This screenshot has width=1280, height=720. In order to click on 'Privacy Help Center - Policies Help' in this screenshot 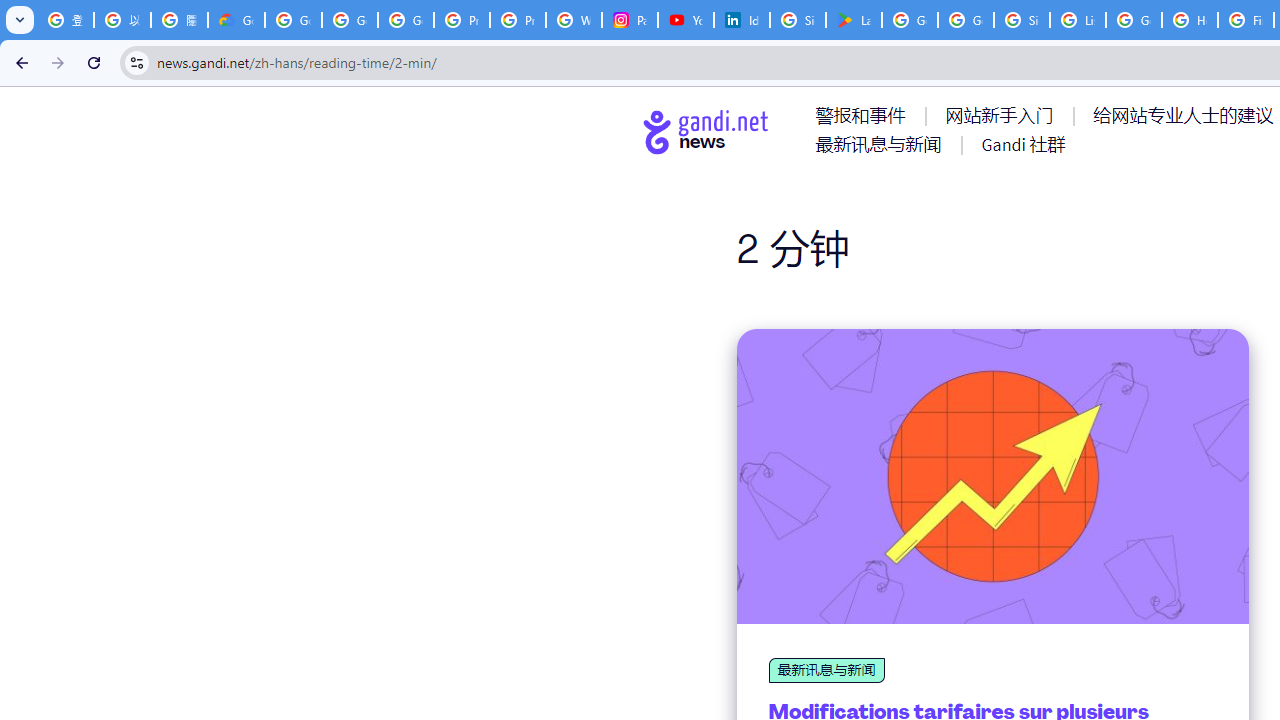, I will do `click(461, 20)`.